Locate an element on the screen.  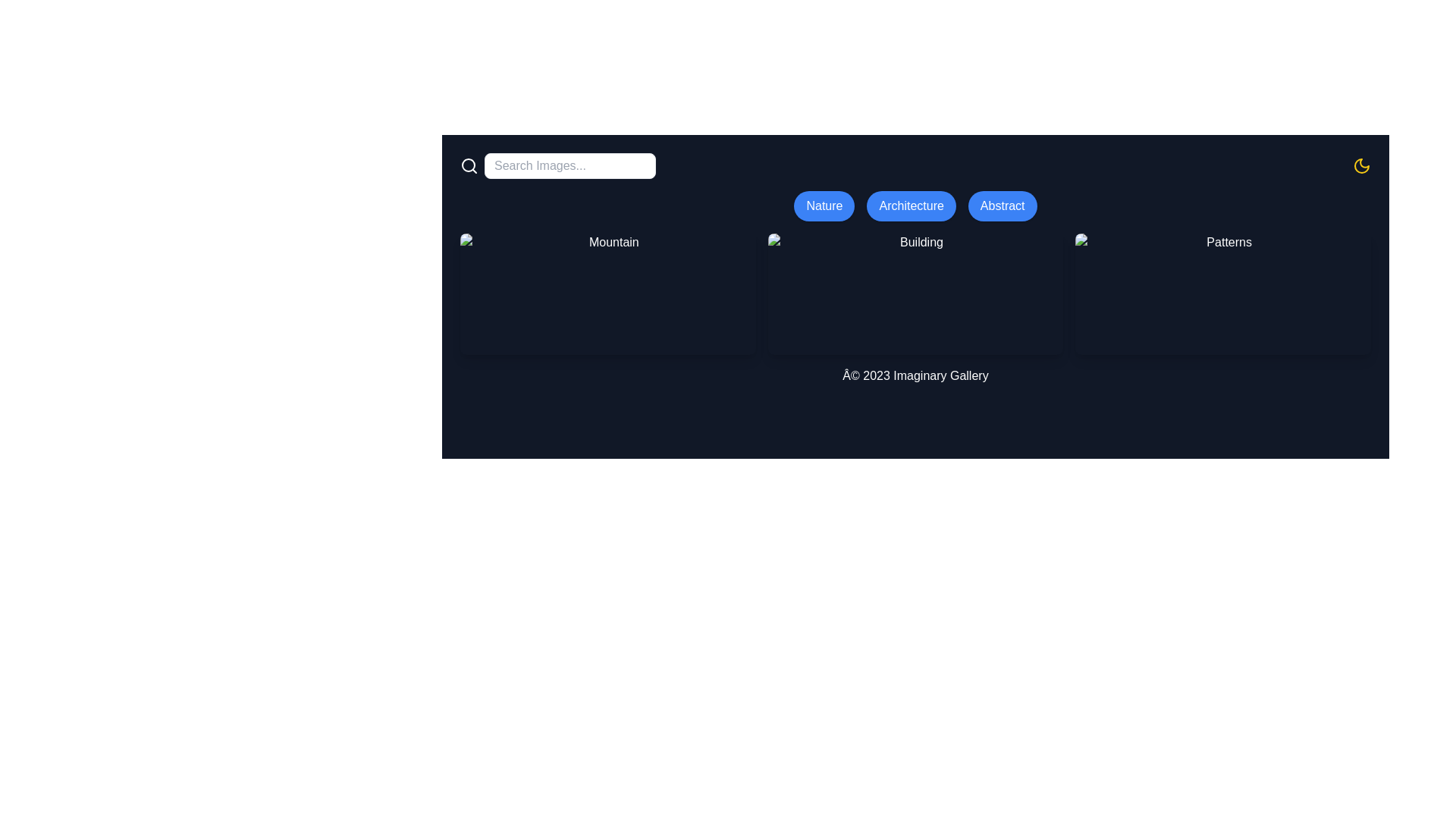
the search icon, which serves as a visual indicator for the search function is located at coordinates (469, 166).